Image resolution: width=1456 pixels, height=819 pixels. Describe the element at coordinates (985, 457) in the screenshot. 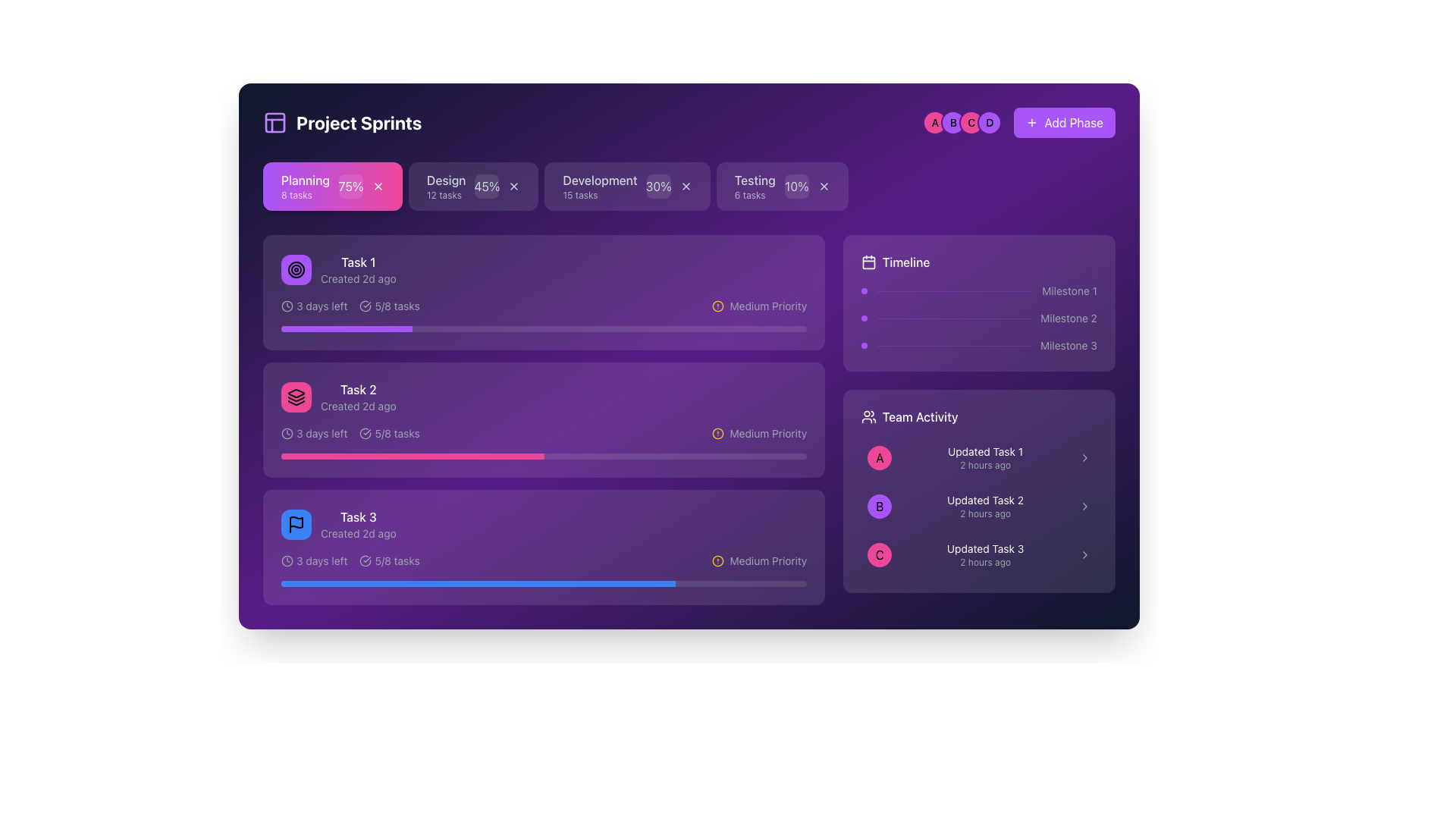

I see `displayed task title and timestamp from the composite text display element located in the central section of the 'Team Activity' module, specifically the first item in the vertical list of tasks` at that location.